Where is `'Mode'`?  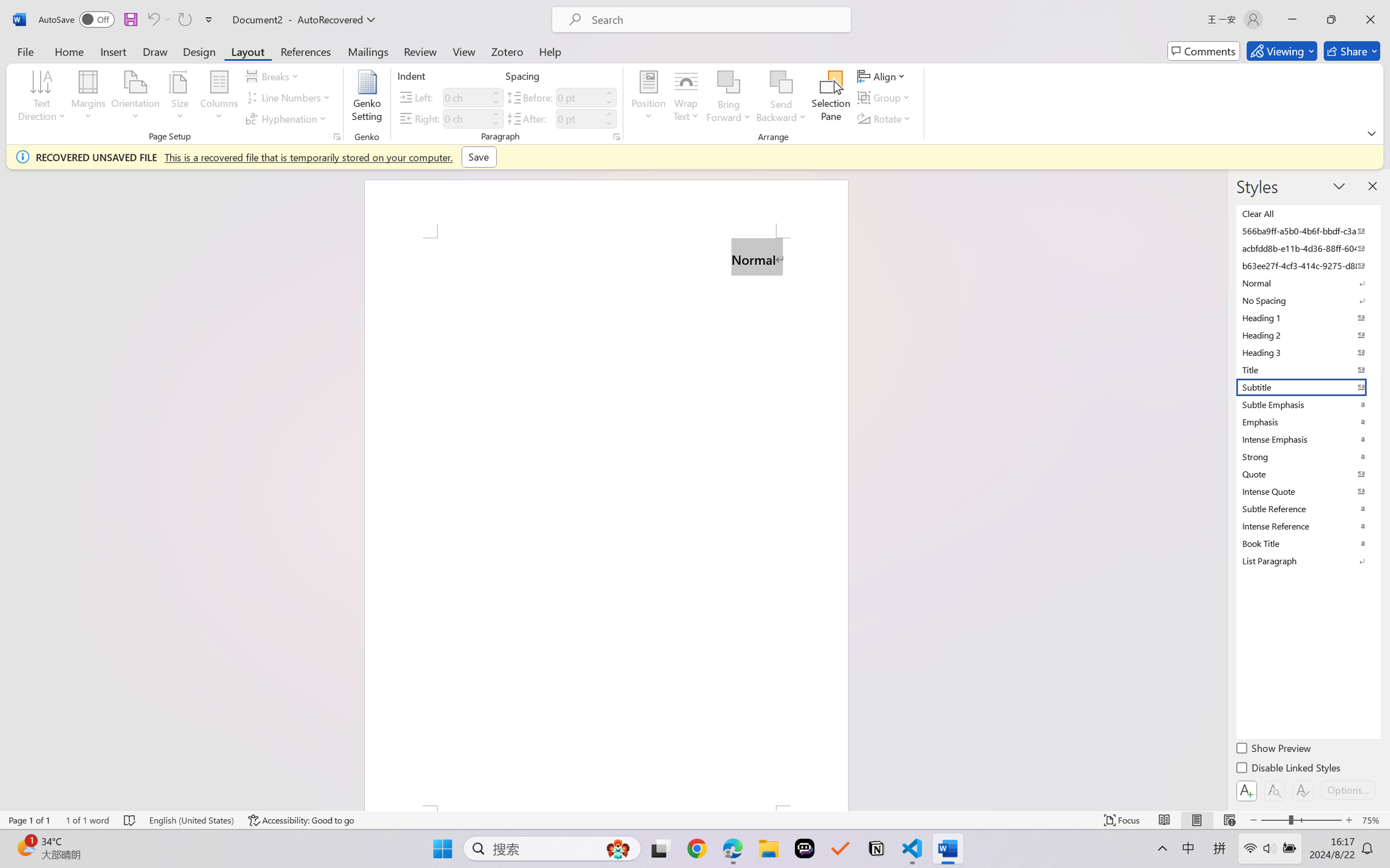 'Mode' is located at coordinates (1281, 51).